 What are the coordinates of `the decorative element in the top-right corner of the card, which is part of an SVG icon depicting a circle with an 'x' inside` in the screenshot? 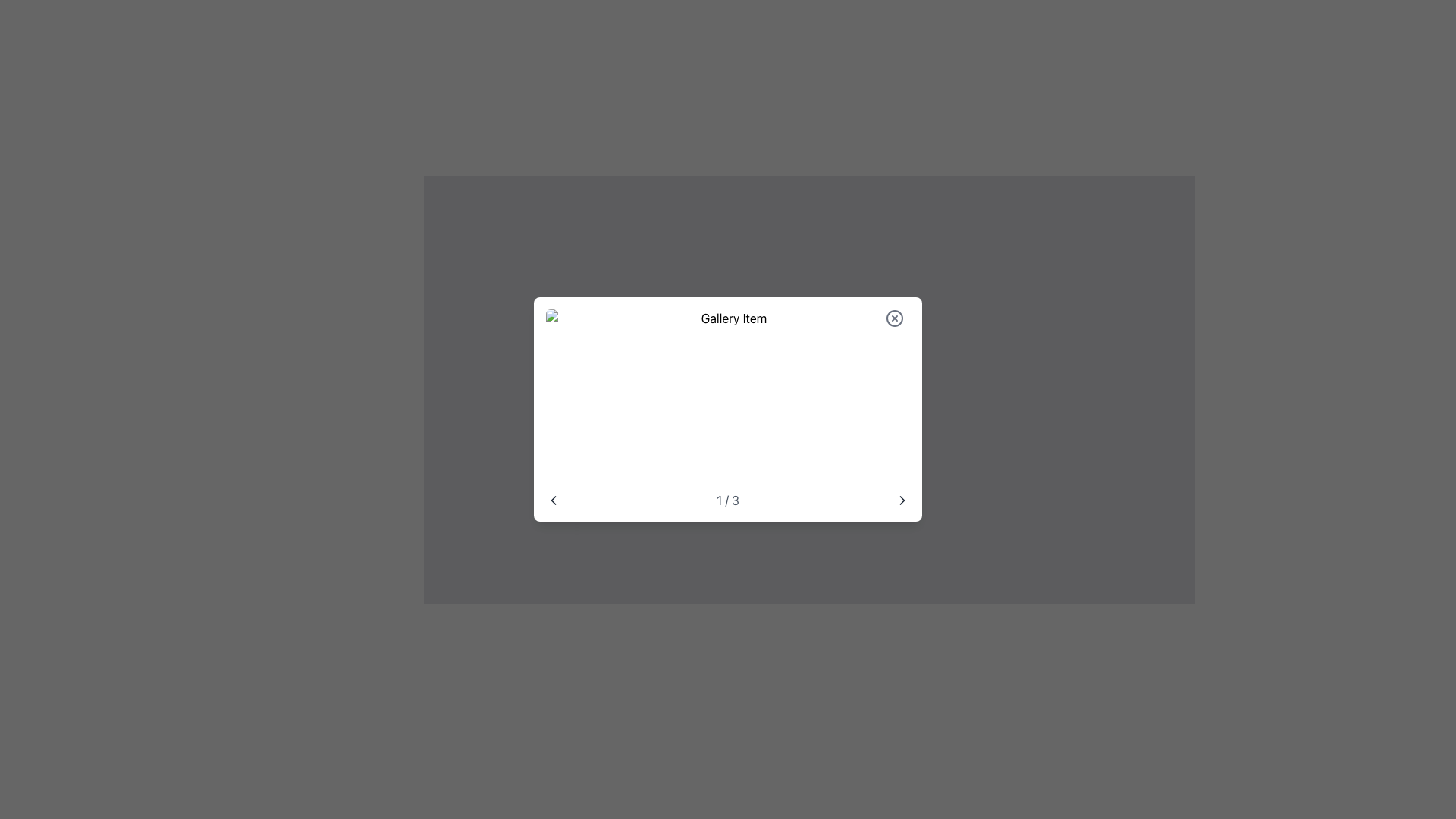 It's located at (895, 318).